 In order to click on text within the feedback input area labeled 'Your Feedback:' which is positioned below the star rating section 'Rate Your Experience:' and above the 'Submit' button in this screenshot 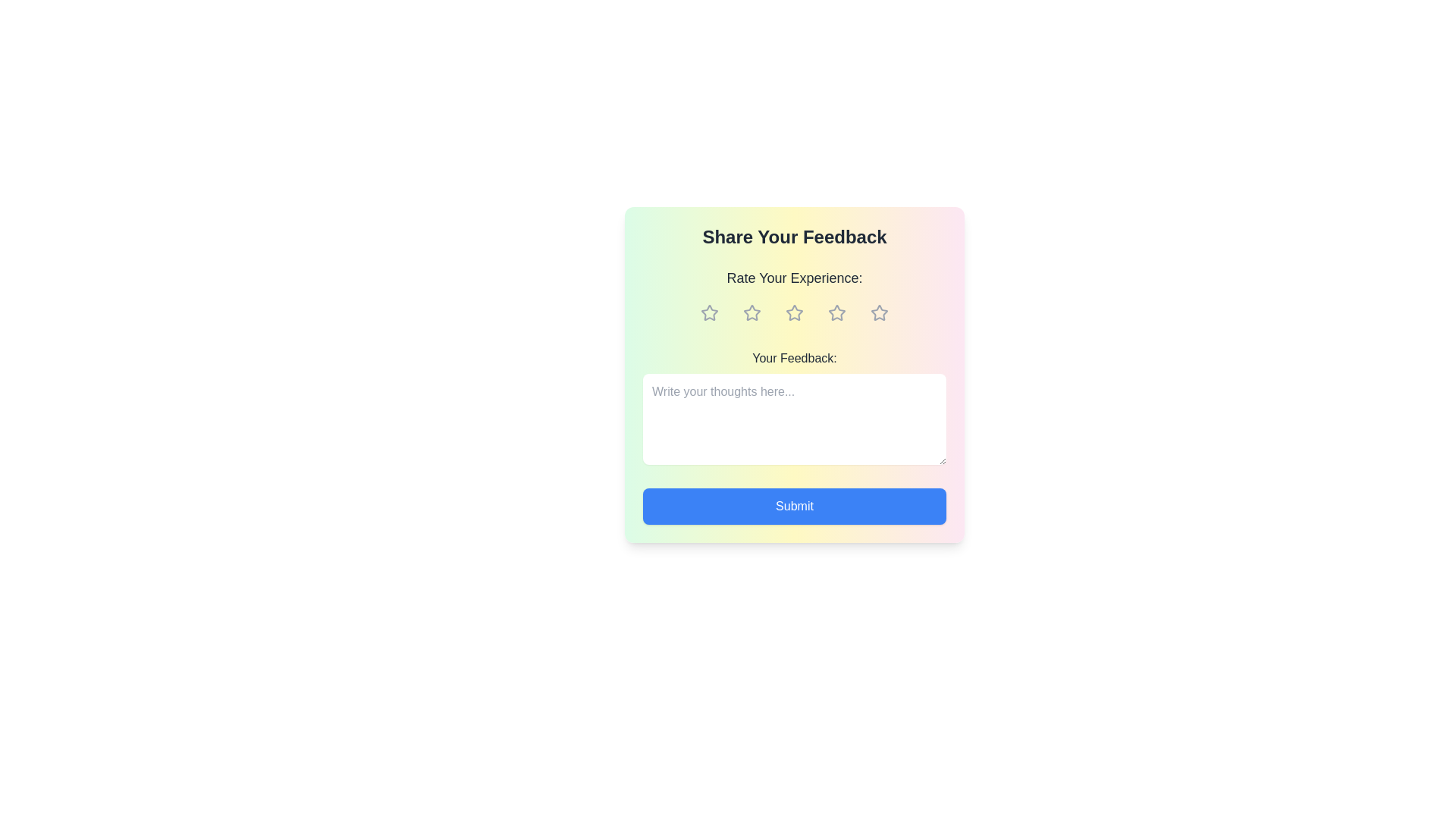, I will do `click(793, 409)`.